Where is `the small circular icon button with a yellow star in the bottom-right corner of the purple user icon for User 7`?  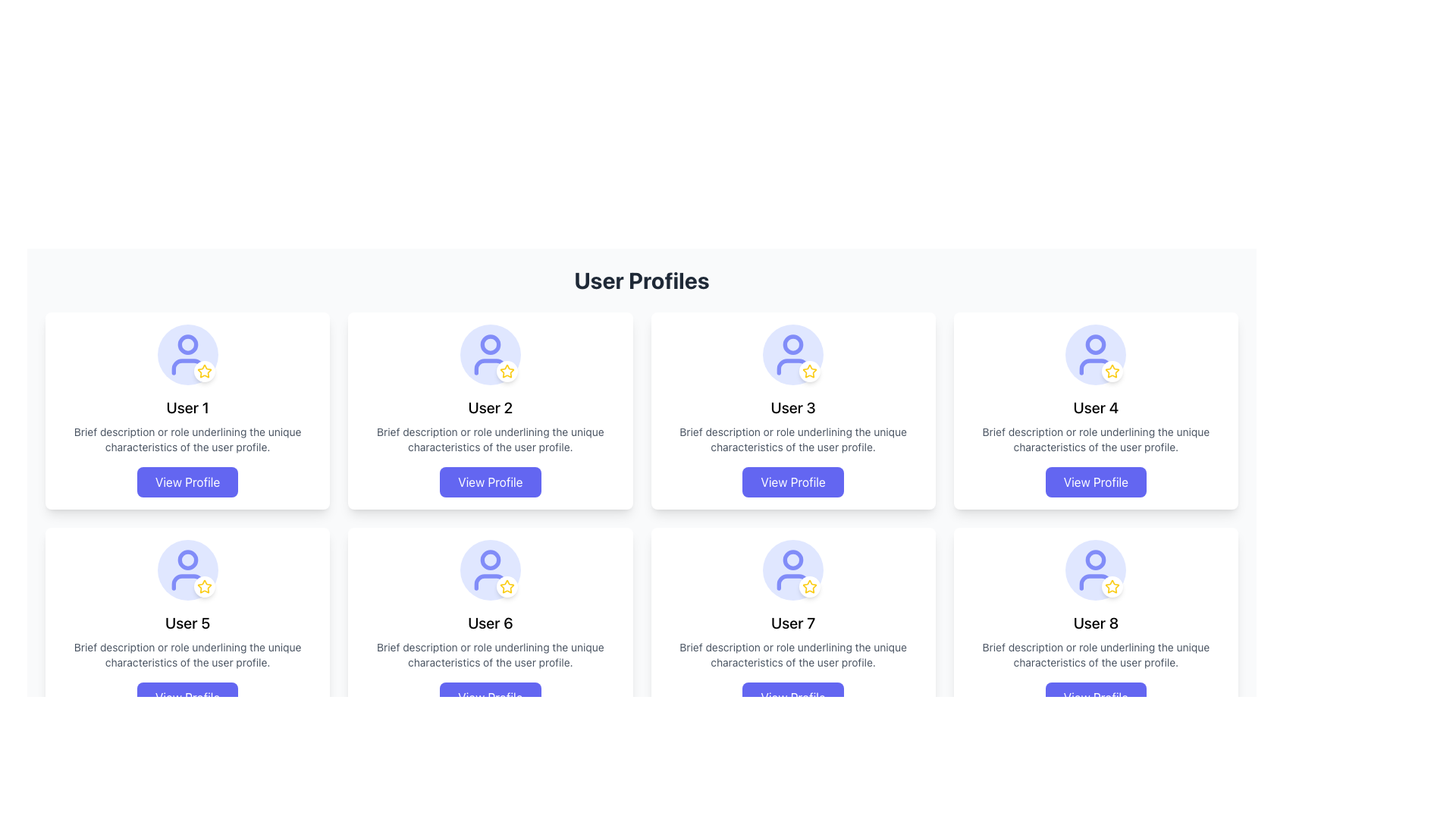 the small circular icon button with a yellow star in the bottom-right corner of the purple user icon for User 7 is located at coordinates (809, 586).